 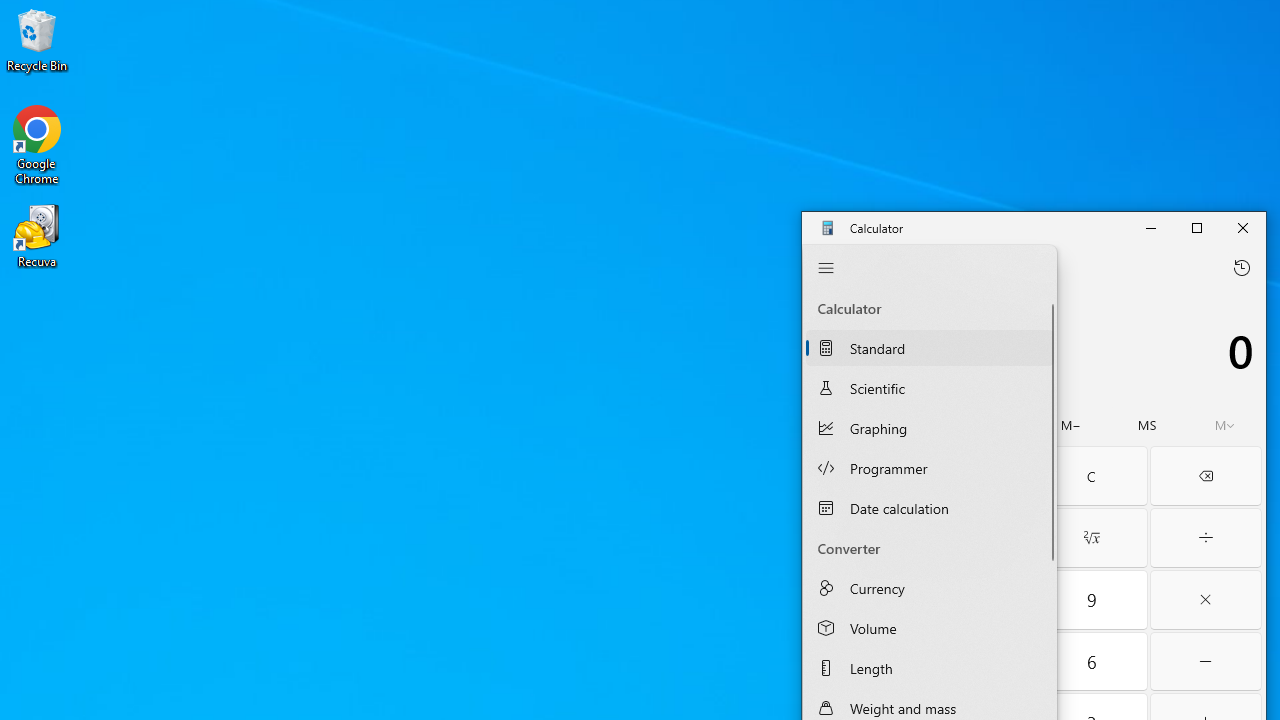 I want to click on 'Divide by', so click(x=1204, y=537).